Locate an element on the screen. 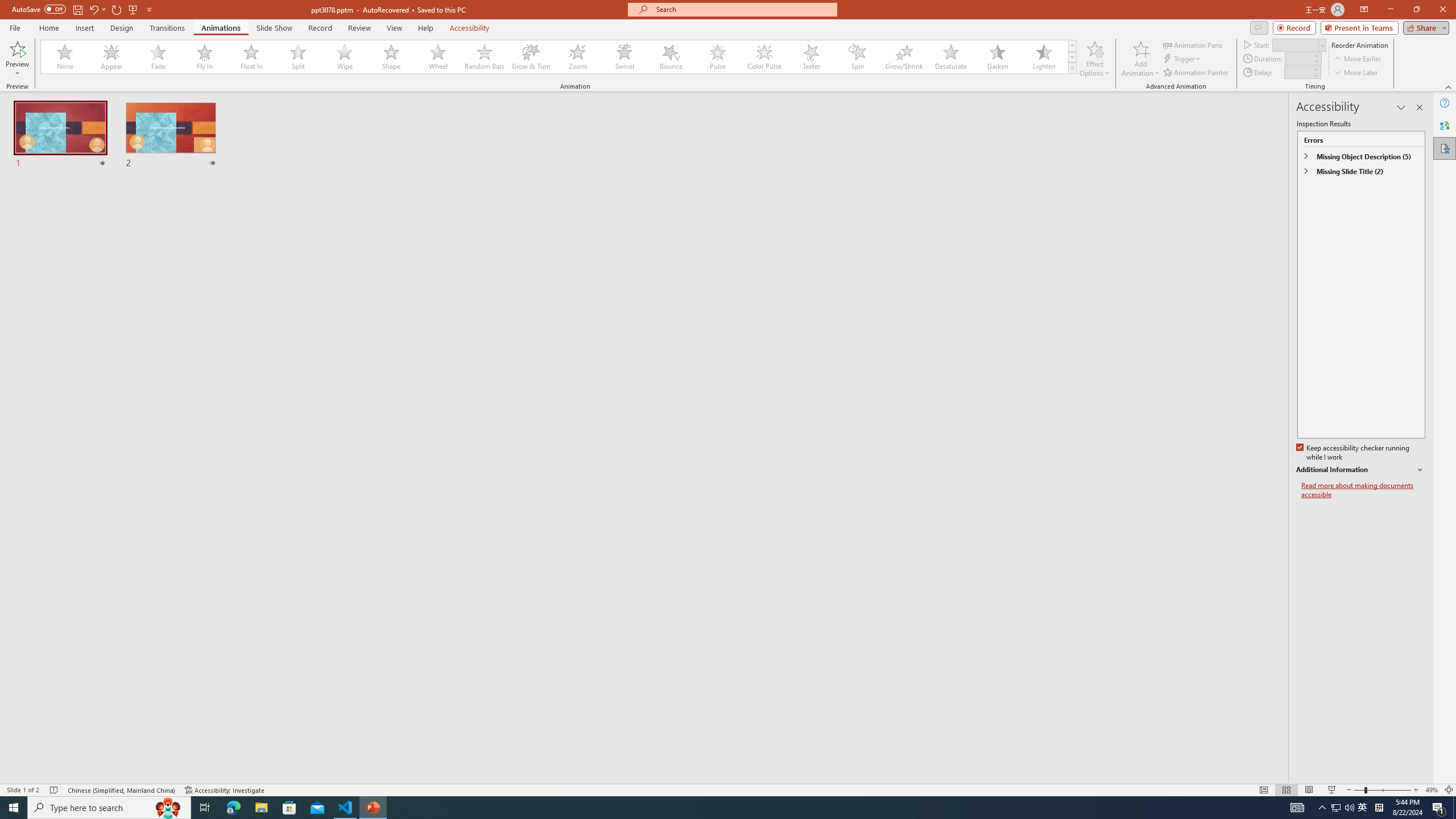 This screenshot has height=819, width=1456. 'Color Pulse' is located at coordinates (764, 56).